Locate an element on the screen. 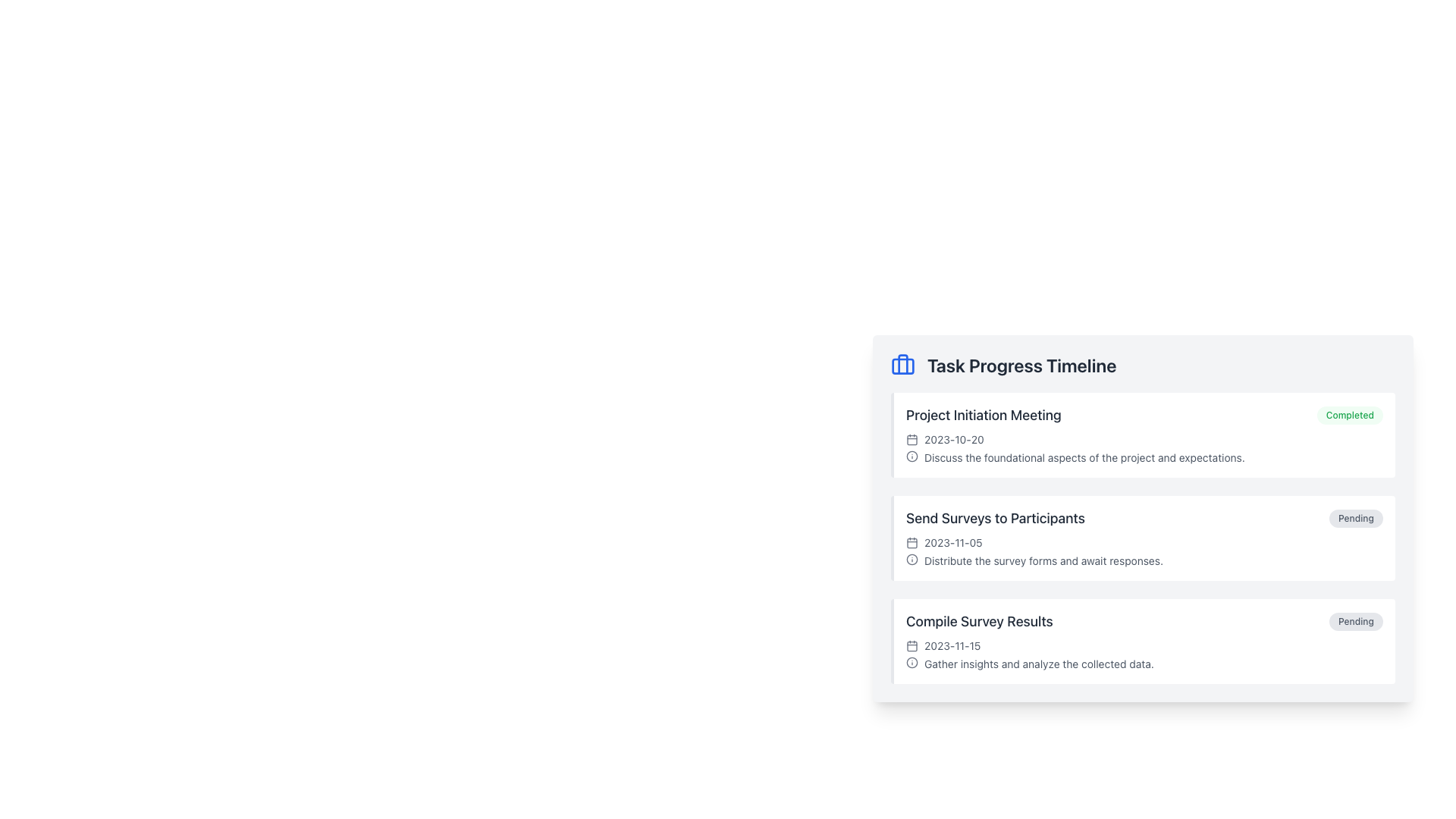 Image resolution: width=1456 pixels, height=819 pixels. the static text that reads 'Gather insights and analyze the collected data.' located in the task progress timeline interface is located at coordinates (1038, 663).